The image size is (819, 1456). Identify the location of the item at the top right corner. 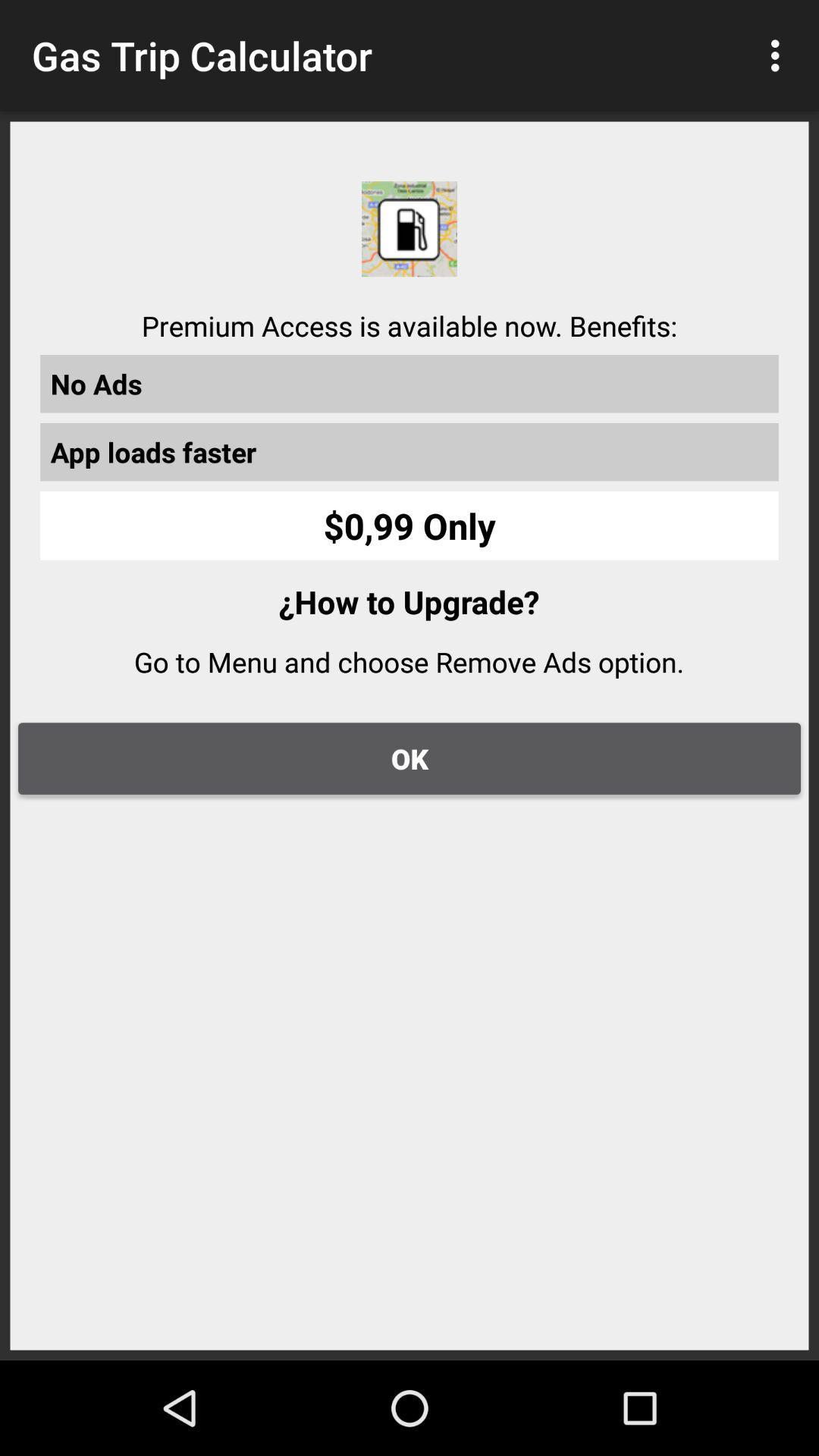
(779, 55).